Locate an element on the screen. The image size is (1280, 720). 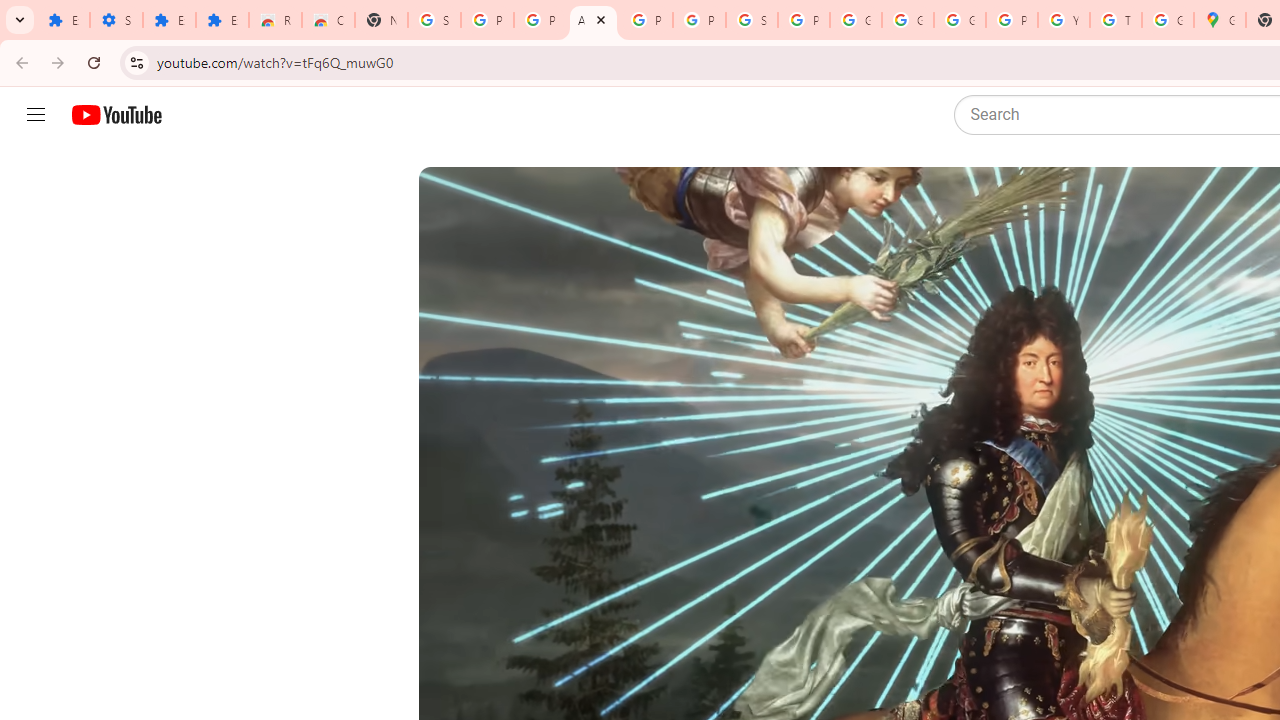
'YouTube Home' is located at coordinates (115, 115).